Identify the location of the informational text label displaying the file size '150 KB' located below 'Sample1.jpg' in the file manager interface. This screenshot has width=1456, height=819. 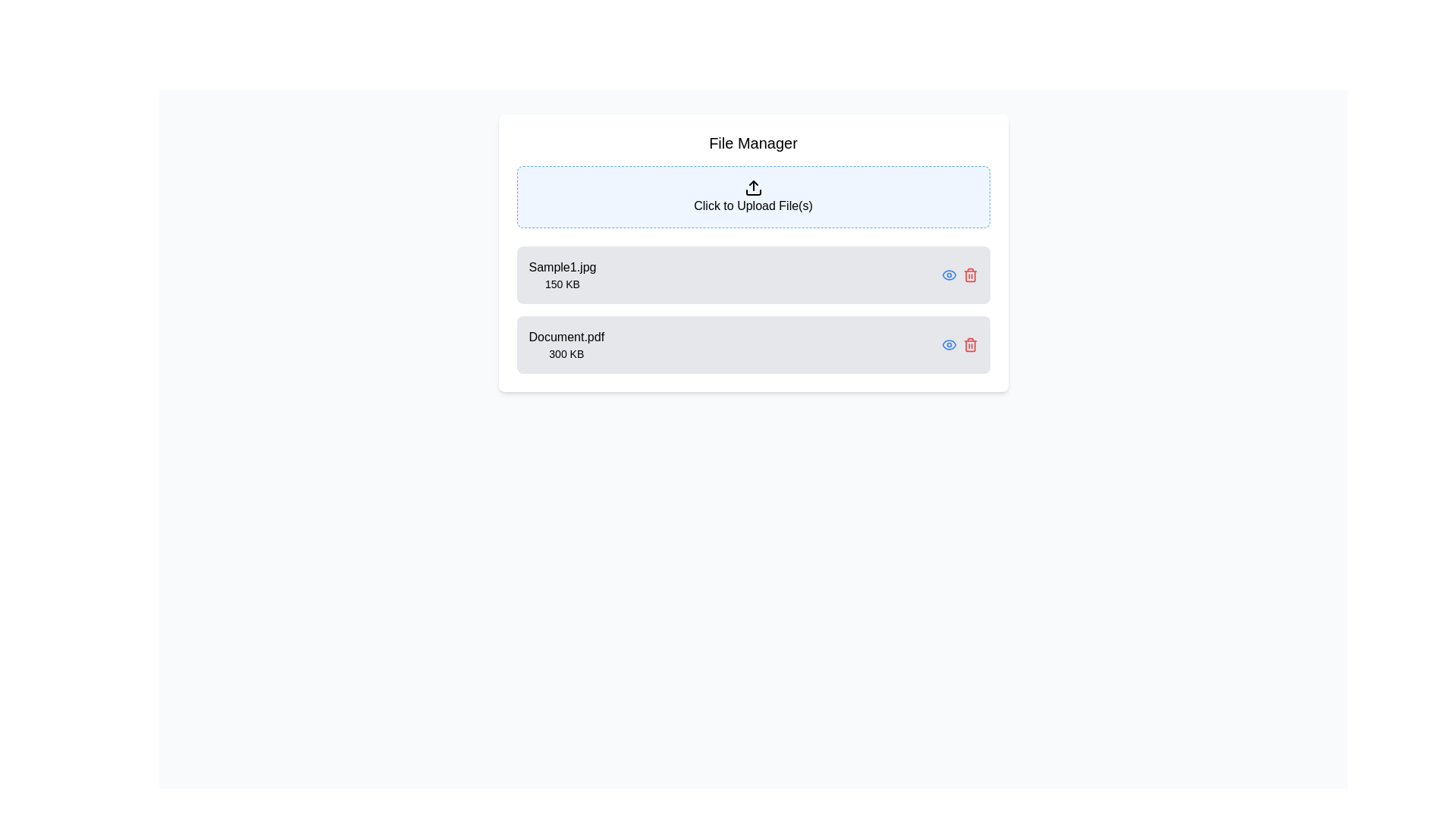
(561, 284).